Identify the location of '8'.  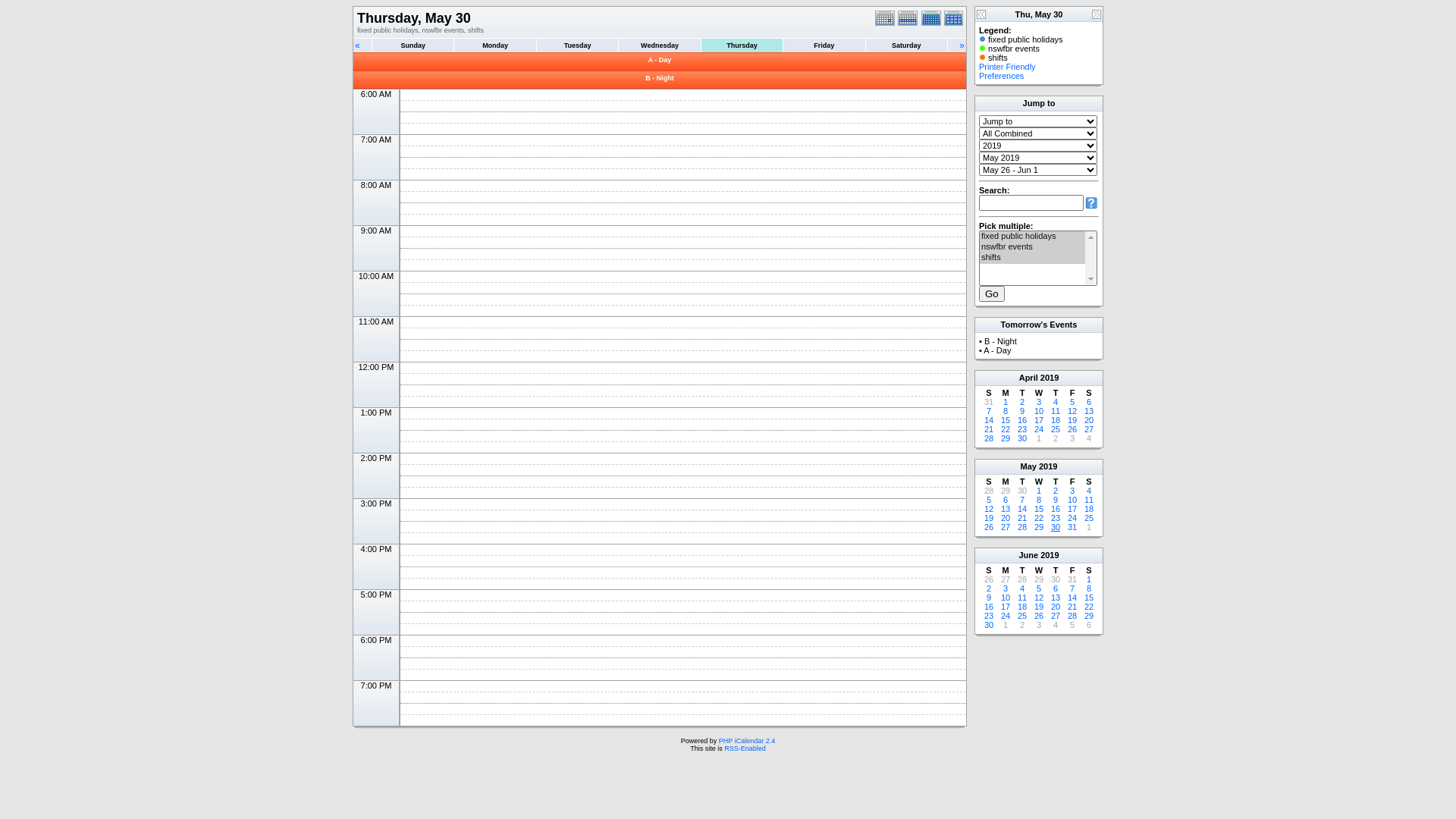
(1087, 587).